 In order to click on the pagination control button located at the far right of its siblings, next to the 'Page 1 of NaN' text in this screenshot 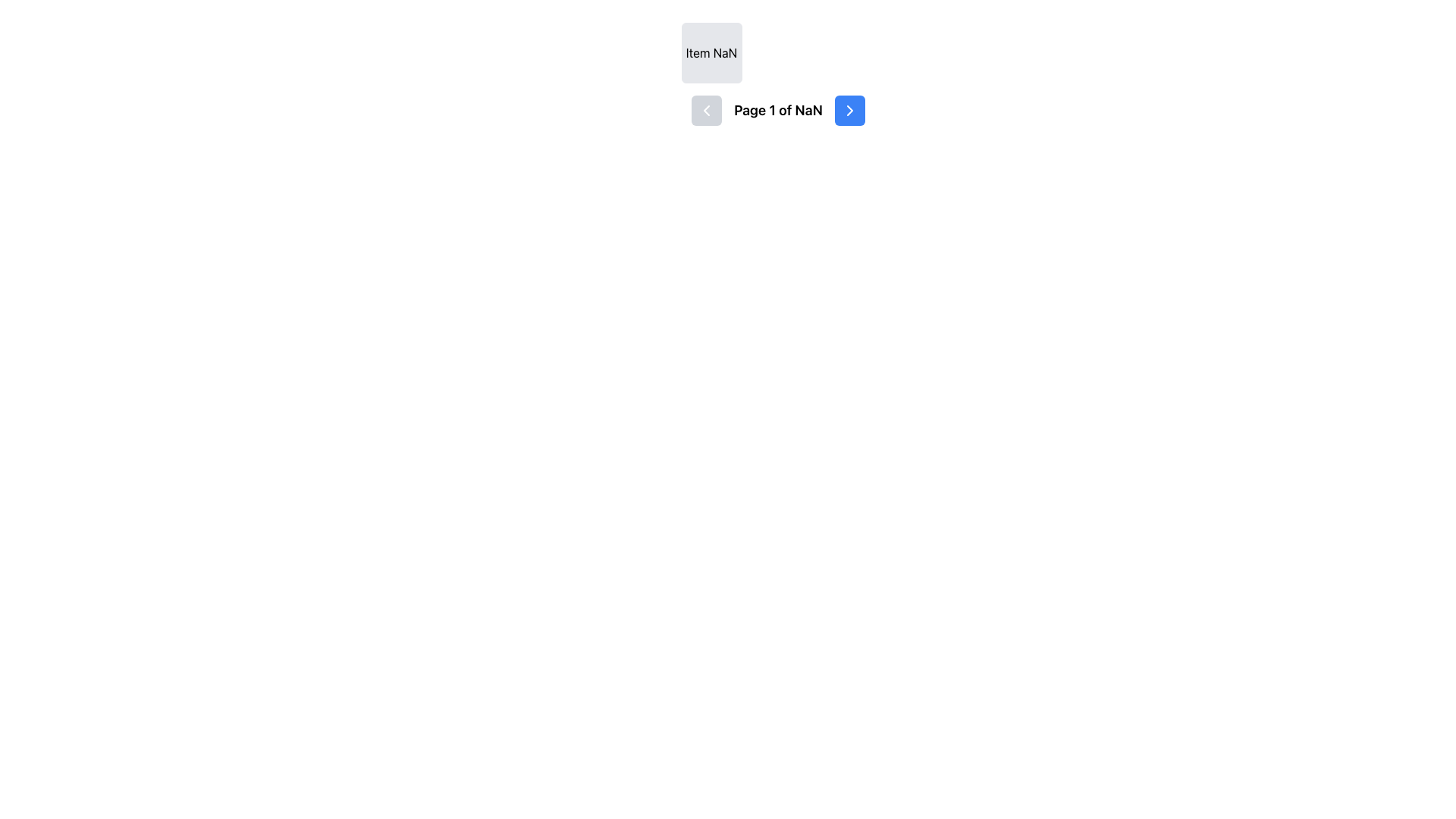, I will do `click(849, 110)`.